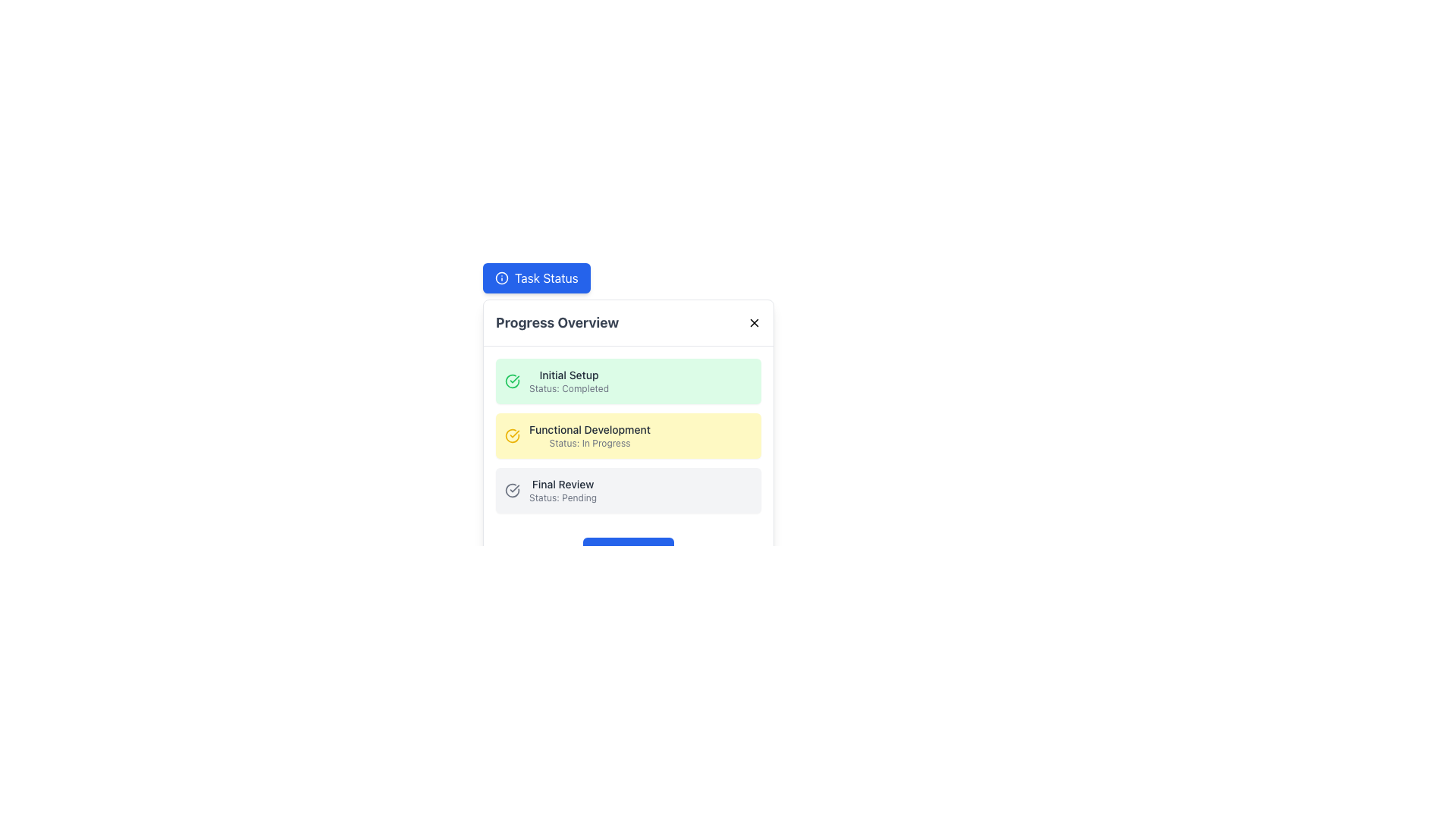 The height and width of the screenshot is (819, 1456). I want to click on the circular 'info' icon inside the 'Task Status' button, which features a blue theme and contains a vertical line and a dot, so click(502, 278).